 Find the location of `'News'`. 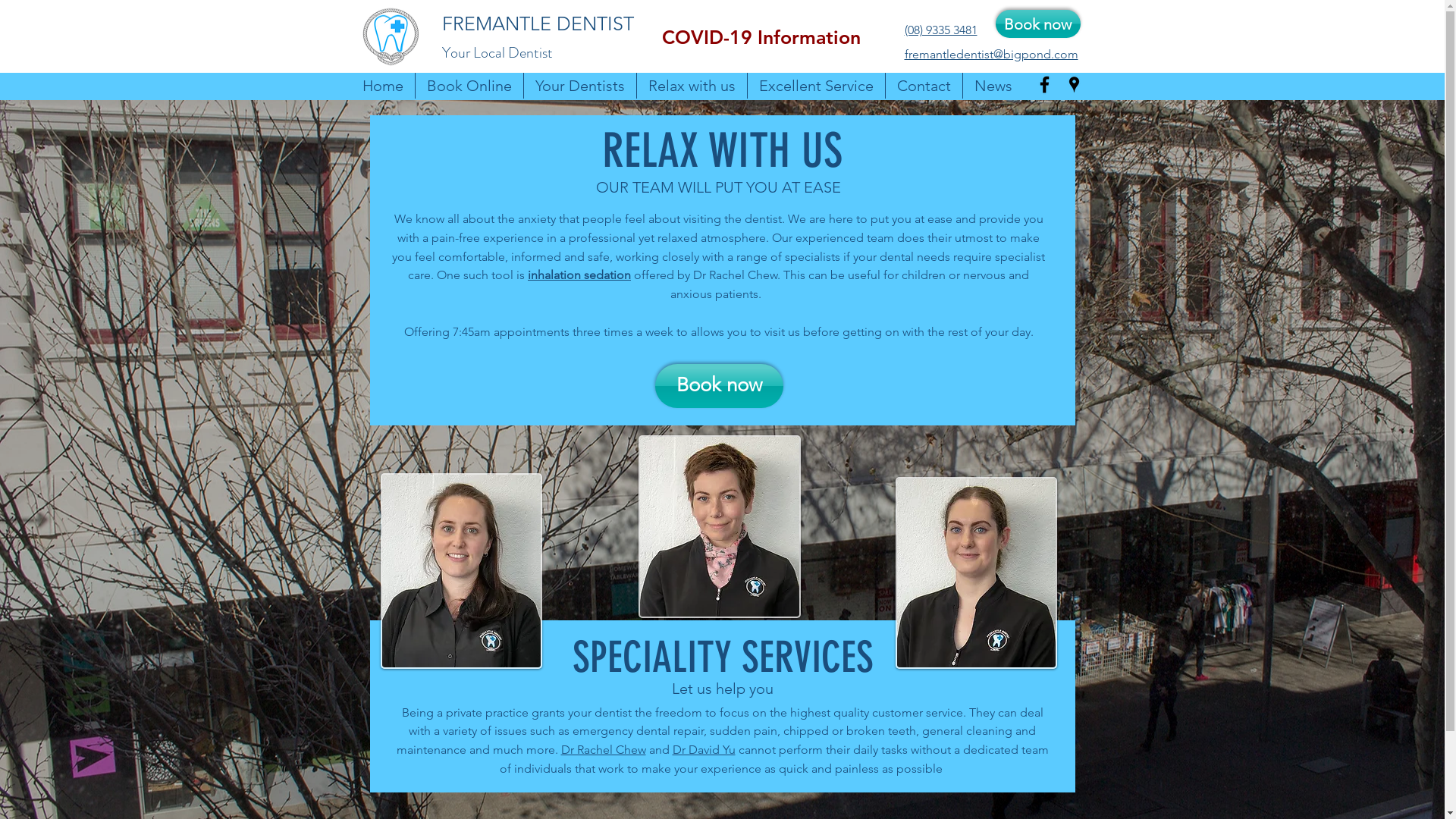

'News' is located at coordinates (993, 85).